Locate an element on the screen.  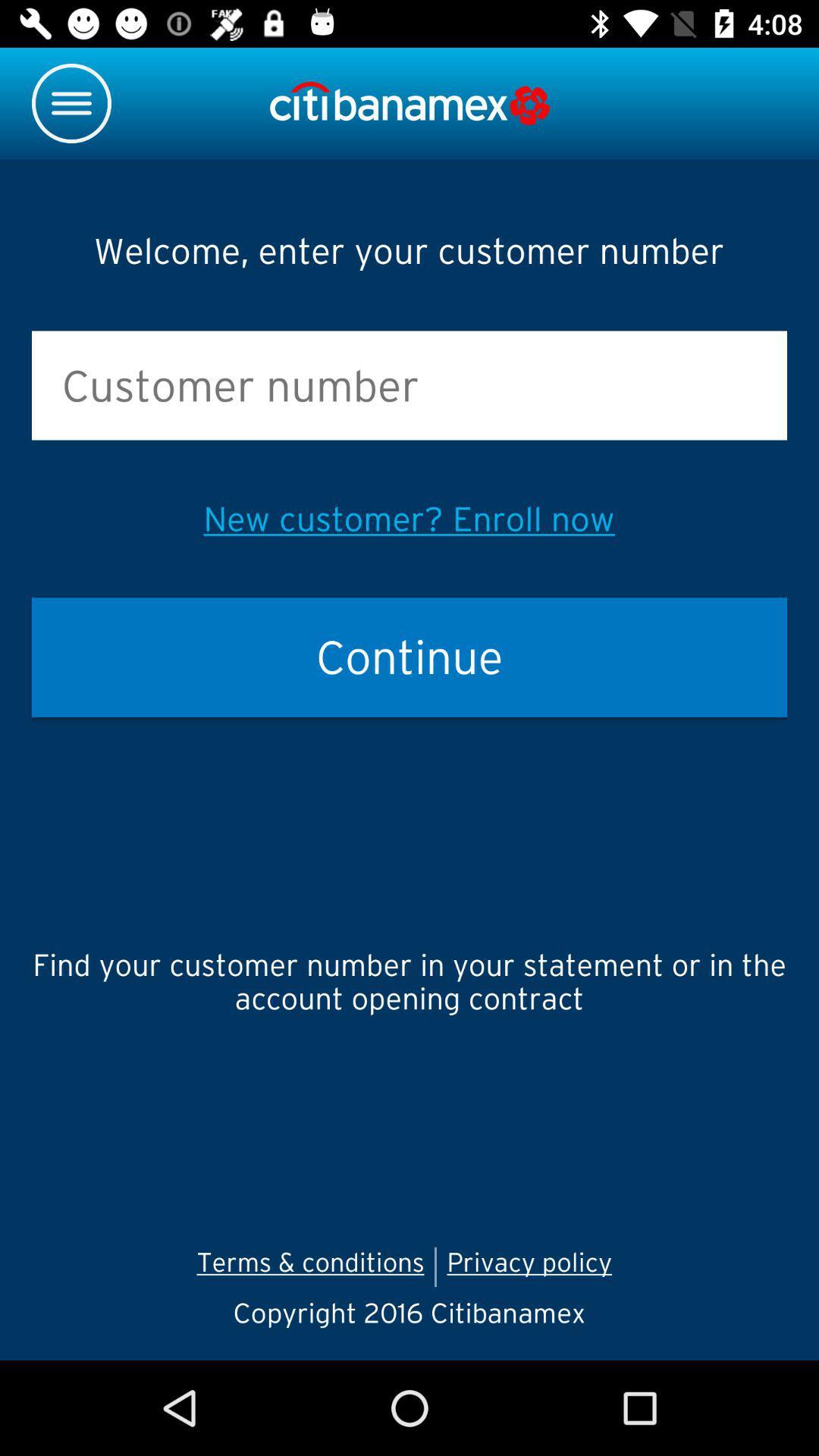
the icon above the new customer enroll item is located at coordinates (409, 385).